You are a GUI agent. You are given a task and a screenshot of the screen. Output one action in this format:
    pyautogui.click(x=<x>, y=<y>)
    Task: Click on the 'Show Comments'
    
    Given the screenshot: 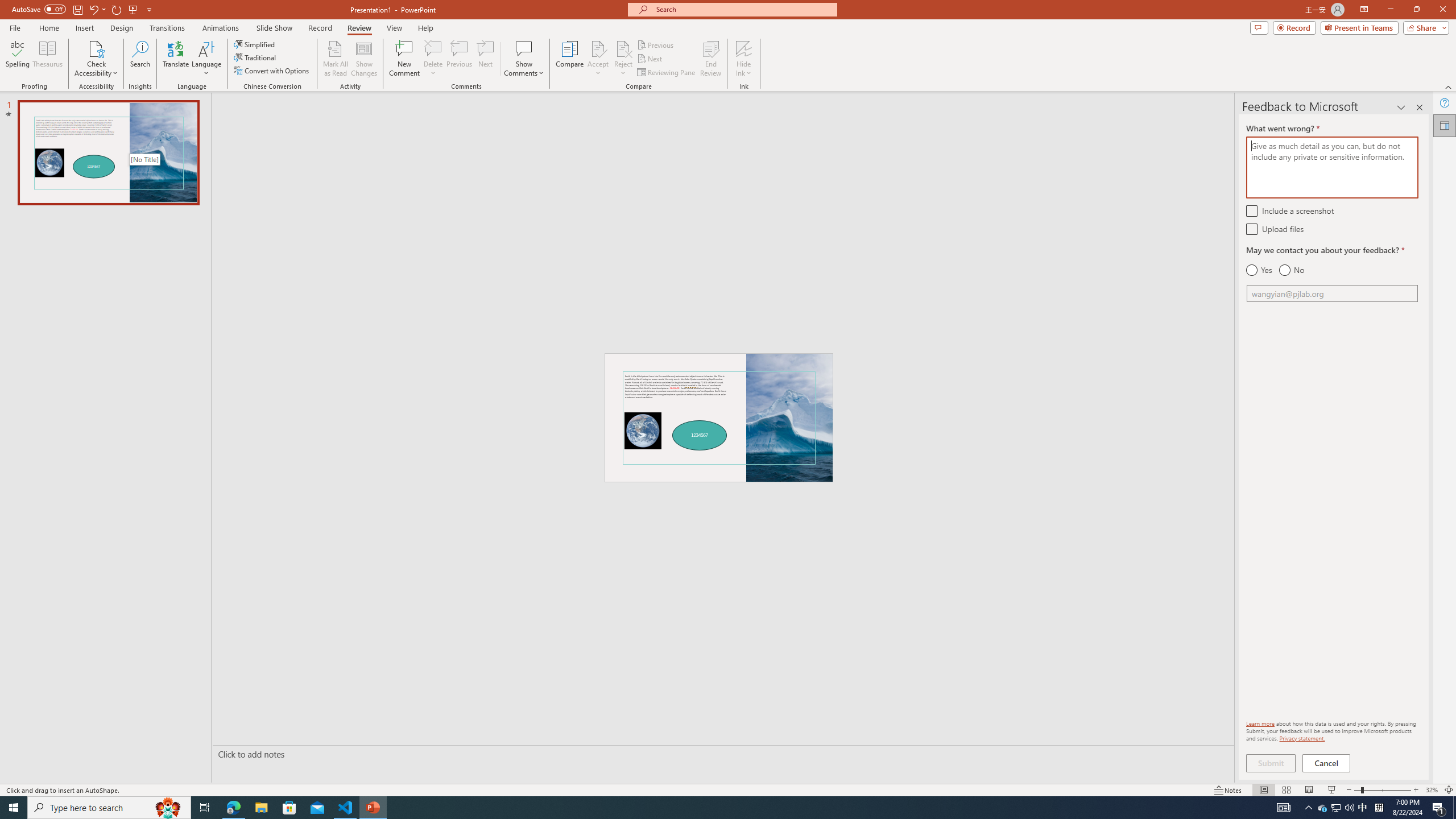 What is the action you would take?
    pyautogui.click(x=524, y=48)
    